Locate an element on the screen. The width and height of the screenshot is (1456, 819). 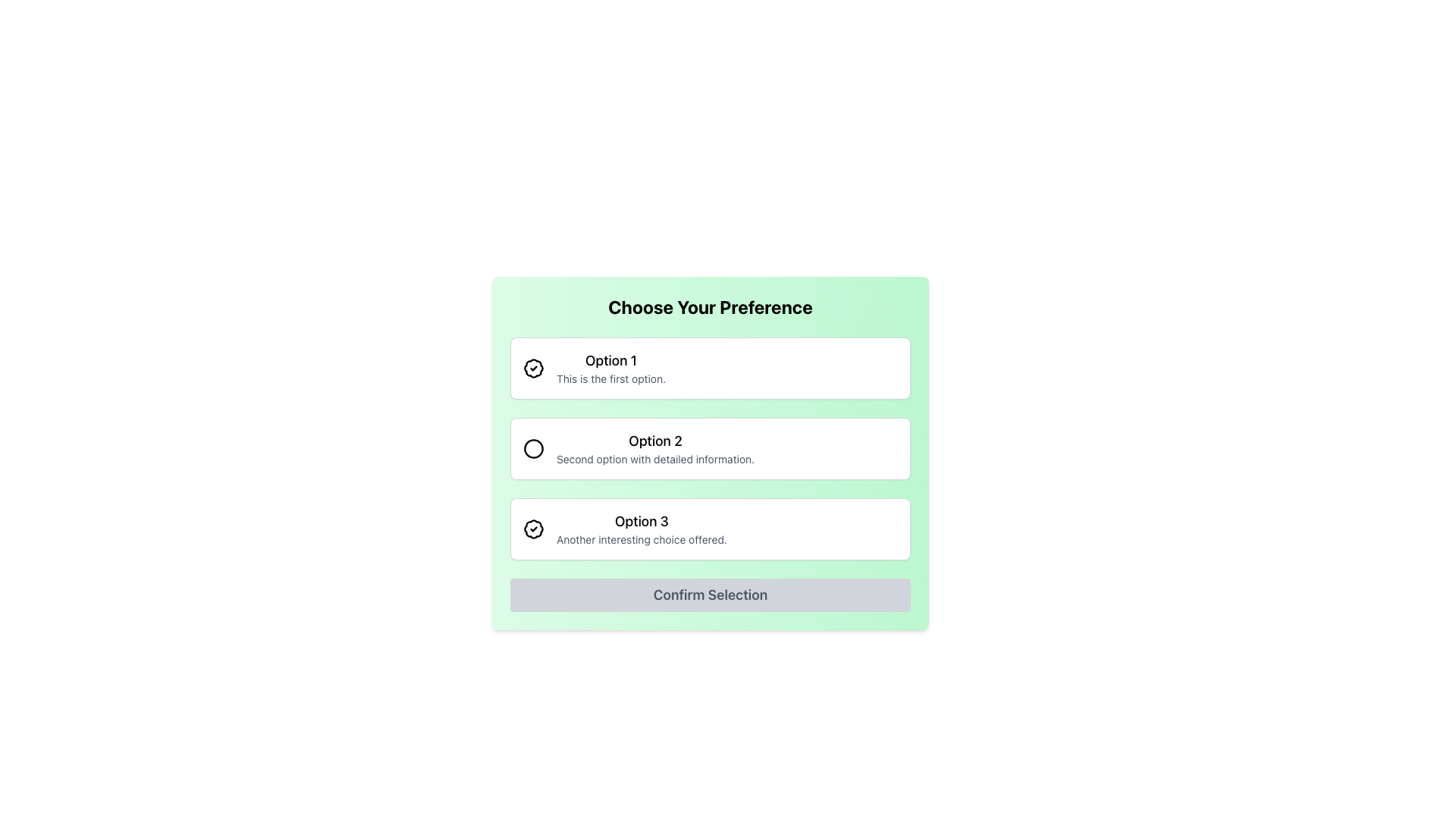
the Static Text Label that displays the title of the first selectable option in the list, located below 'Choose Your Preference' and inside the first option card is located at coordinates (611, 360).